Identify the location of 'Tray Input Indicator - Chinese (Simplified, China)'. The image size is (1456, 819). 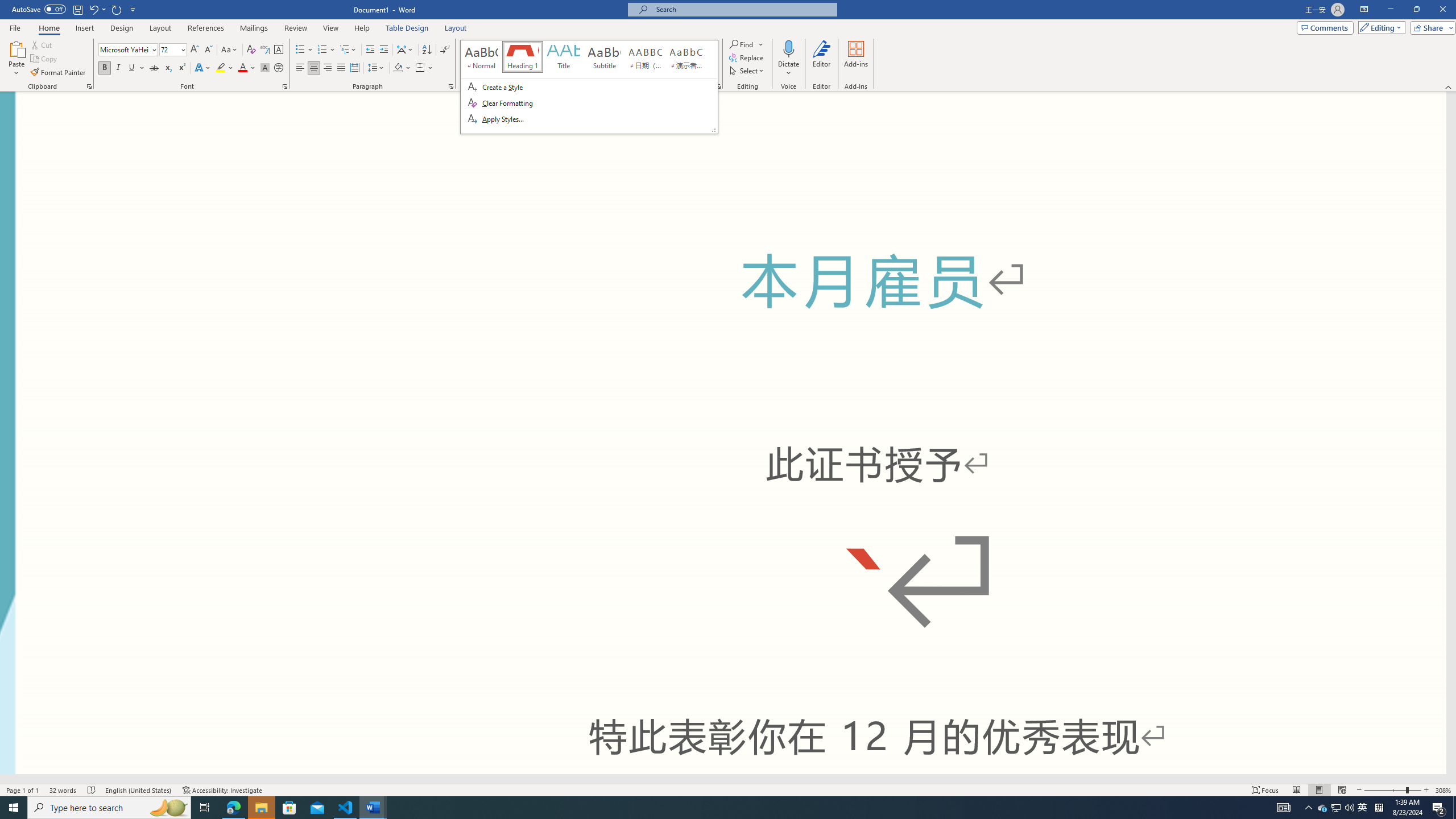
(1379, 806).